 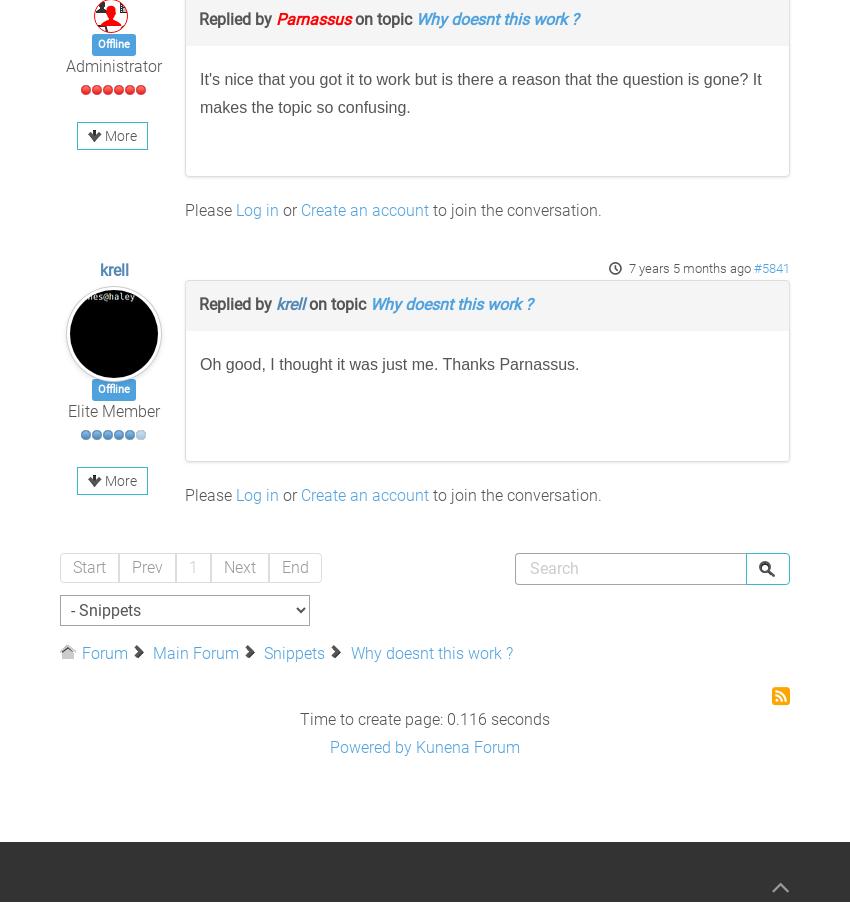 I want to click on 'Oh good, I thought it was just me. Thanks Parnassus.', so click(x=389, y=364).